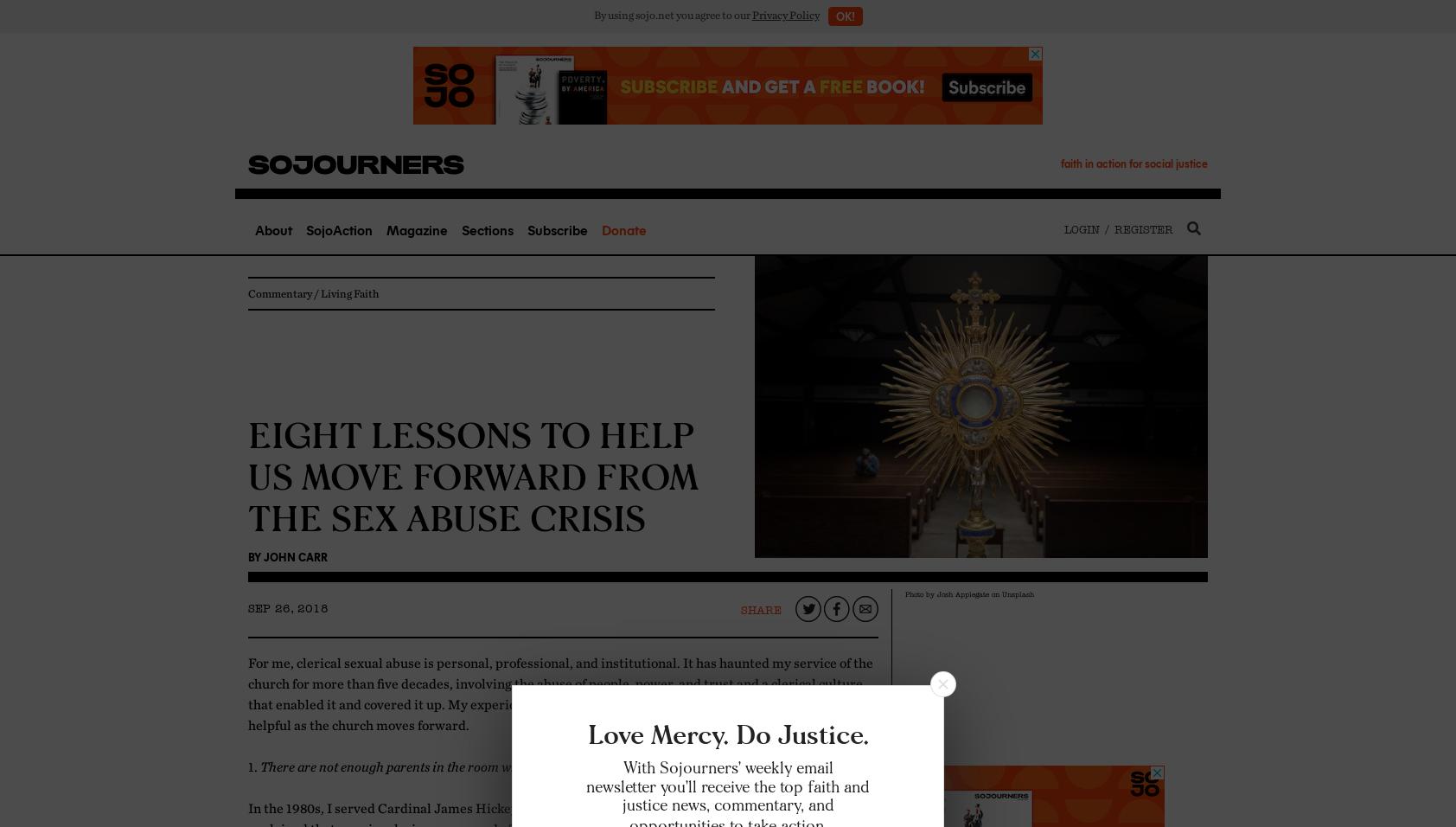  What do you see at coordinates (727, 734) in the screenshot?
I see `'Love Mercy. Do Justice.'` at bounding box center [727, 734].